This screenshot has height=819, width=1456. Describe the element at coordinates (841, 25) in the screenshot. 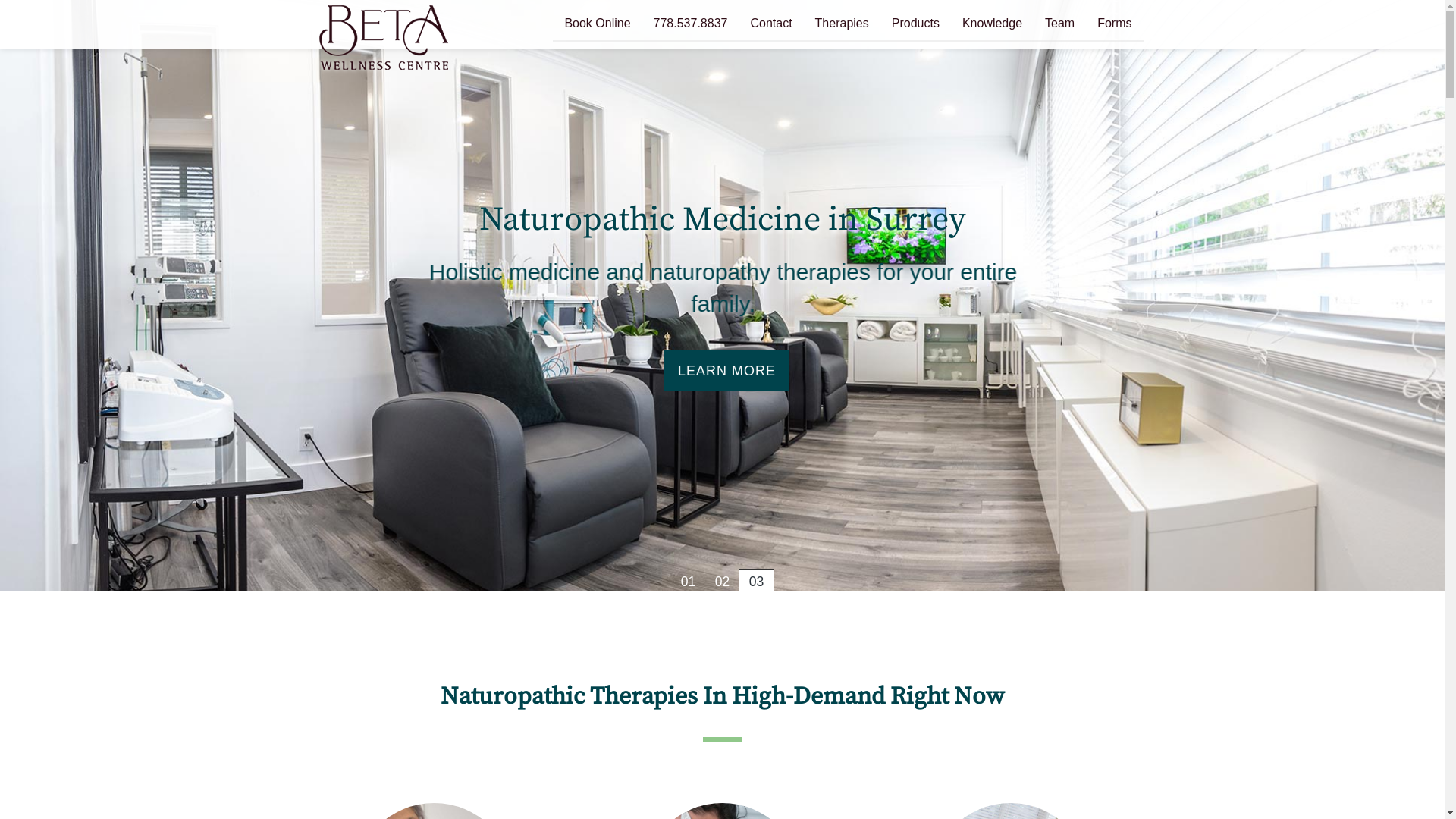

I see `'Therapies'` at that location.